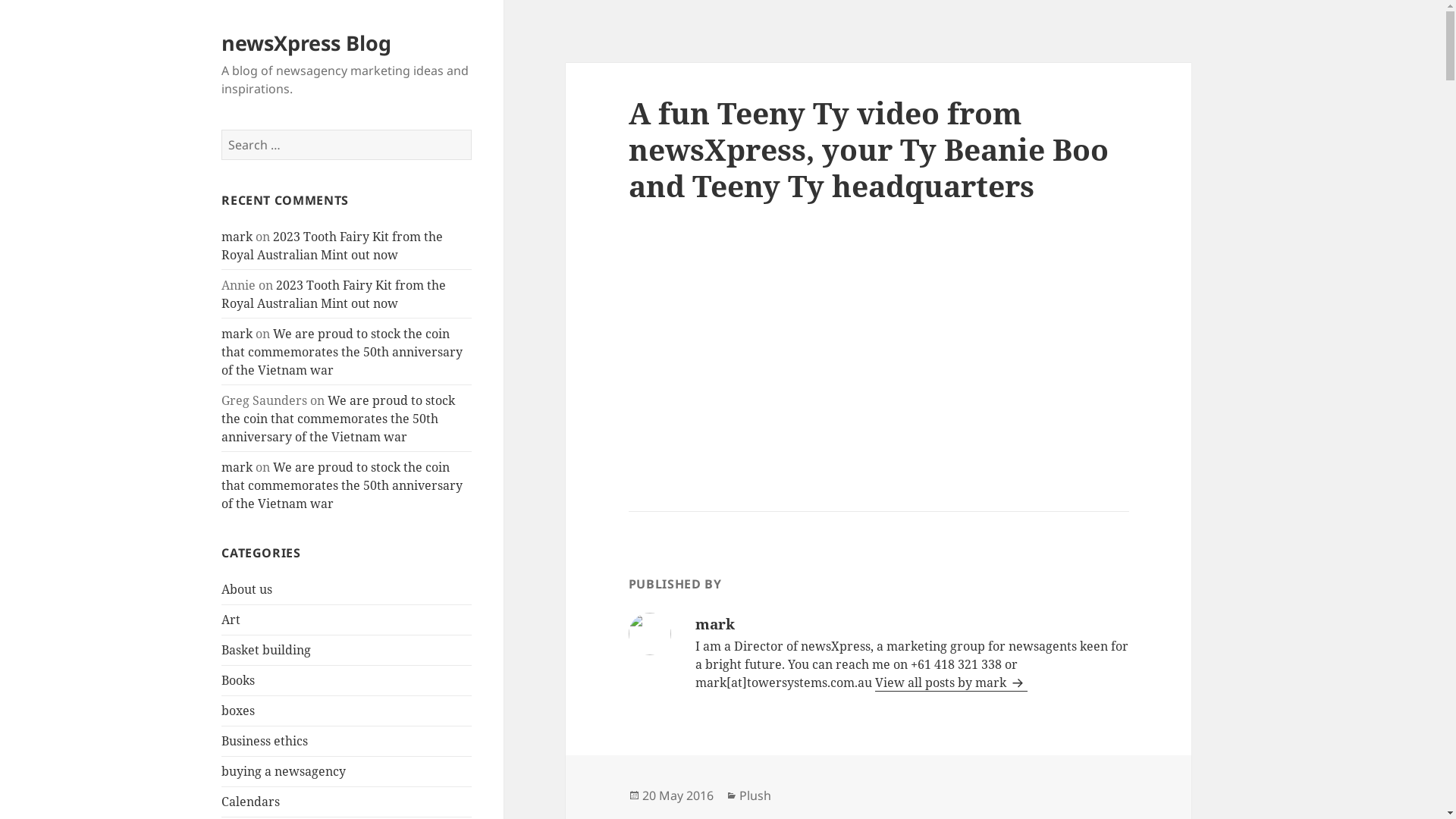 This screenshot has height=819, width=1456. What do you see at coordinates (305, 42) in the screenshot?
I see `'newsXpress Blog'` at bounding box center [305, 42].